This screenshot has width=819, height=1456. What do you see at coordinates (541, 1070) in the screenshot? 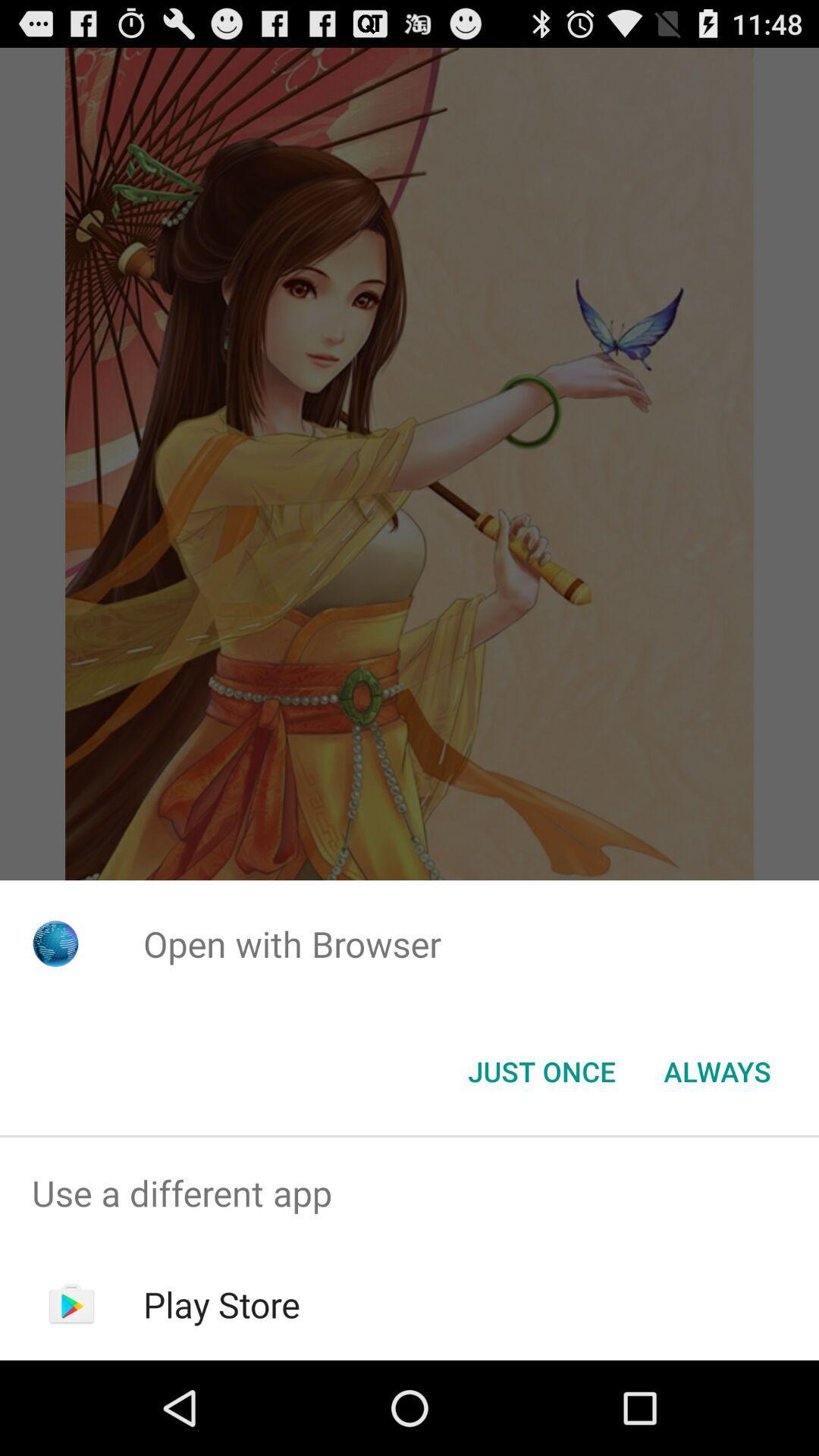
I see `the just once item` at bounding box center [541, 1070].